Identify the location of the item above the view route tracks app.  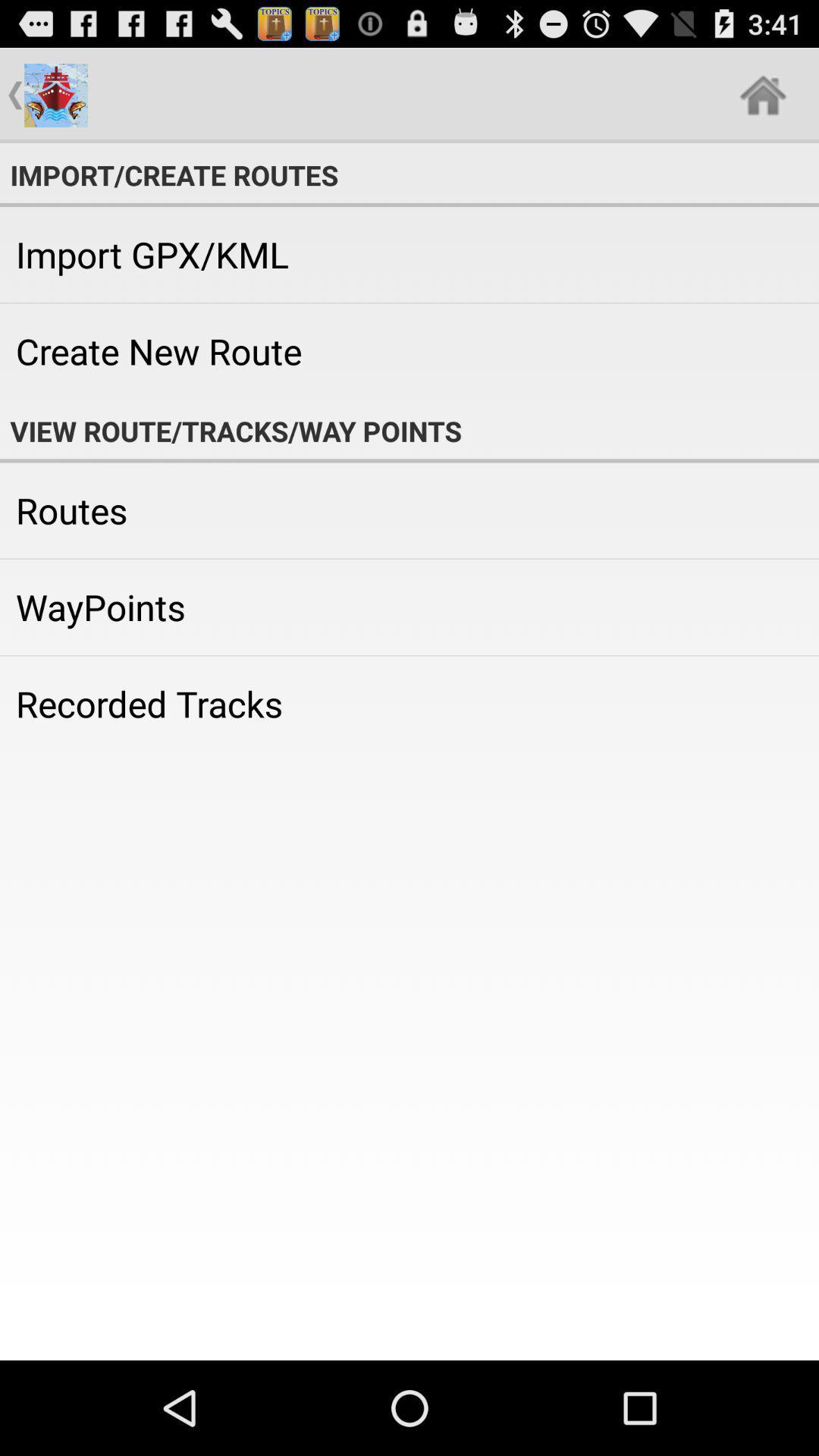
(409, 350).